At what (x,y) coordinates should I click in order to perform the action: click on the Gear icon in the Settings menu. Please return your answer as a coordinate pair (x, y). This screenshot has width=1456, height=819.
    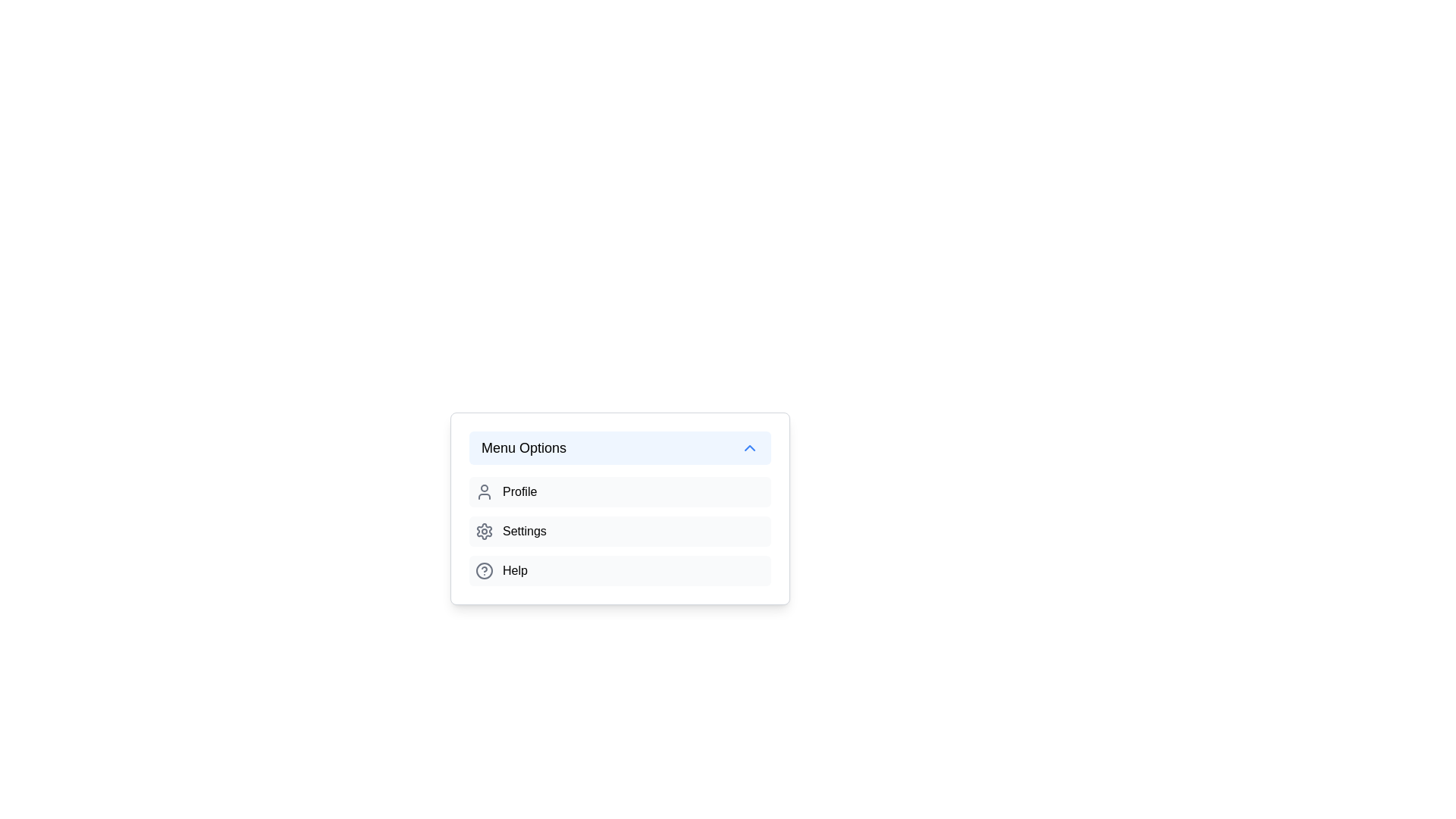
    Looking at the image, I should click on (483, 531).